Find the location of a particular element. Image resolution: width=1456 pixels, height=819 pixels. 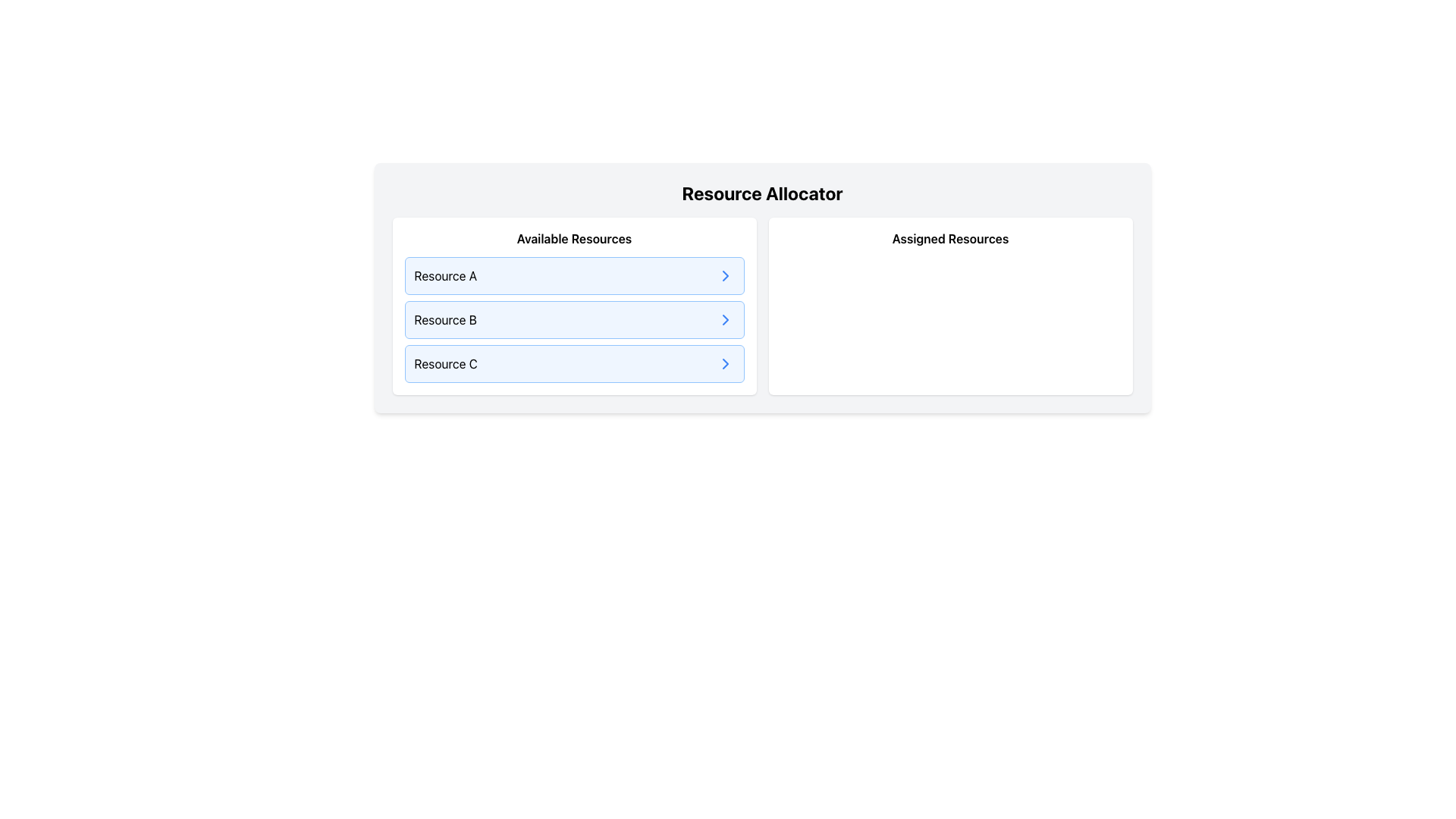

the chevron icon located in the second row labeled 'Resource B' in the 'Available Resources' section is located at coordinates (724, 318).